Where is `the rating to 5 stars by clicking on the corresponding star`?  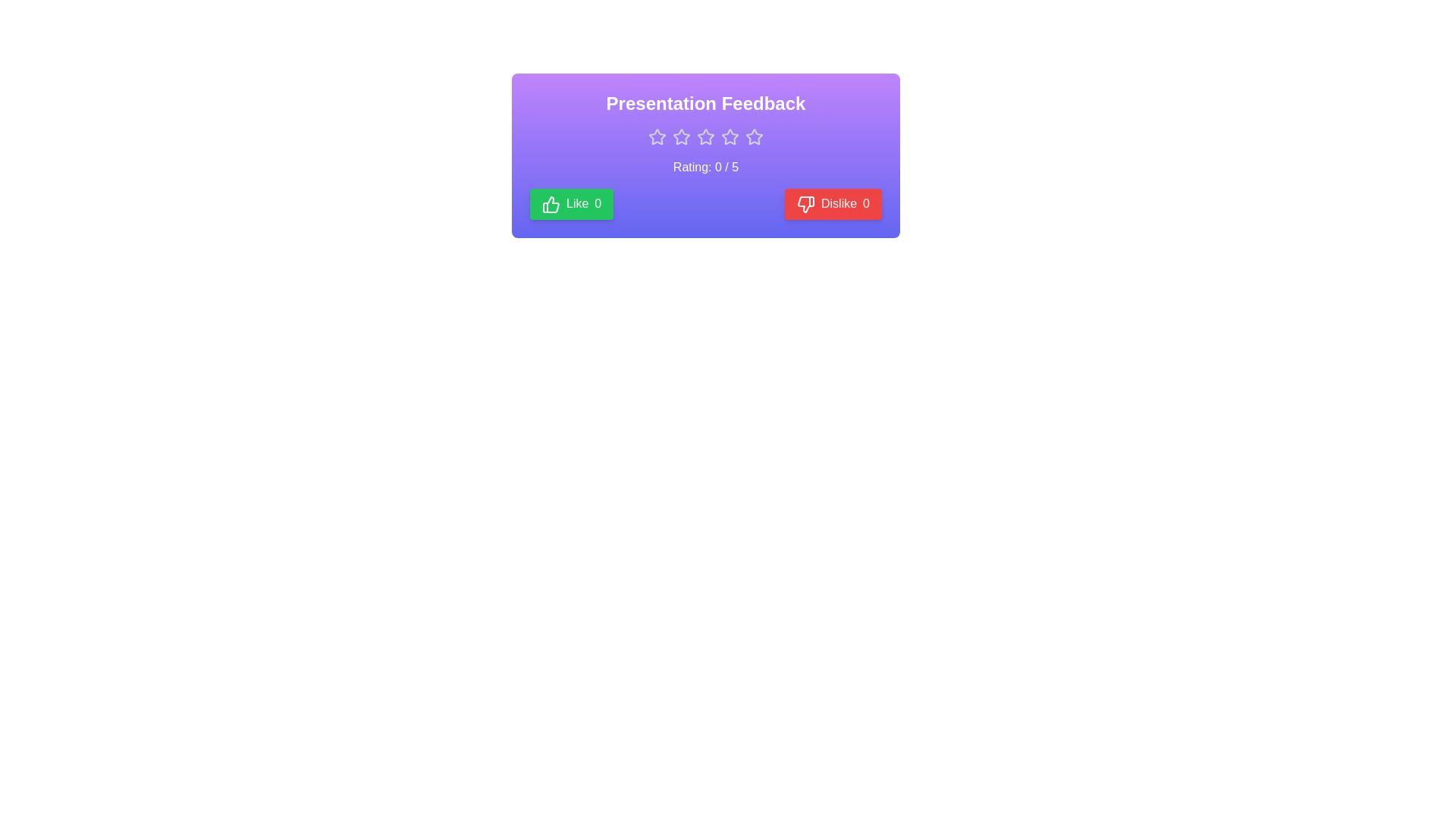
the rating to 5 stars by clicking on the corresponding star is located at coordinates (754, 137).